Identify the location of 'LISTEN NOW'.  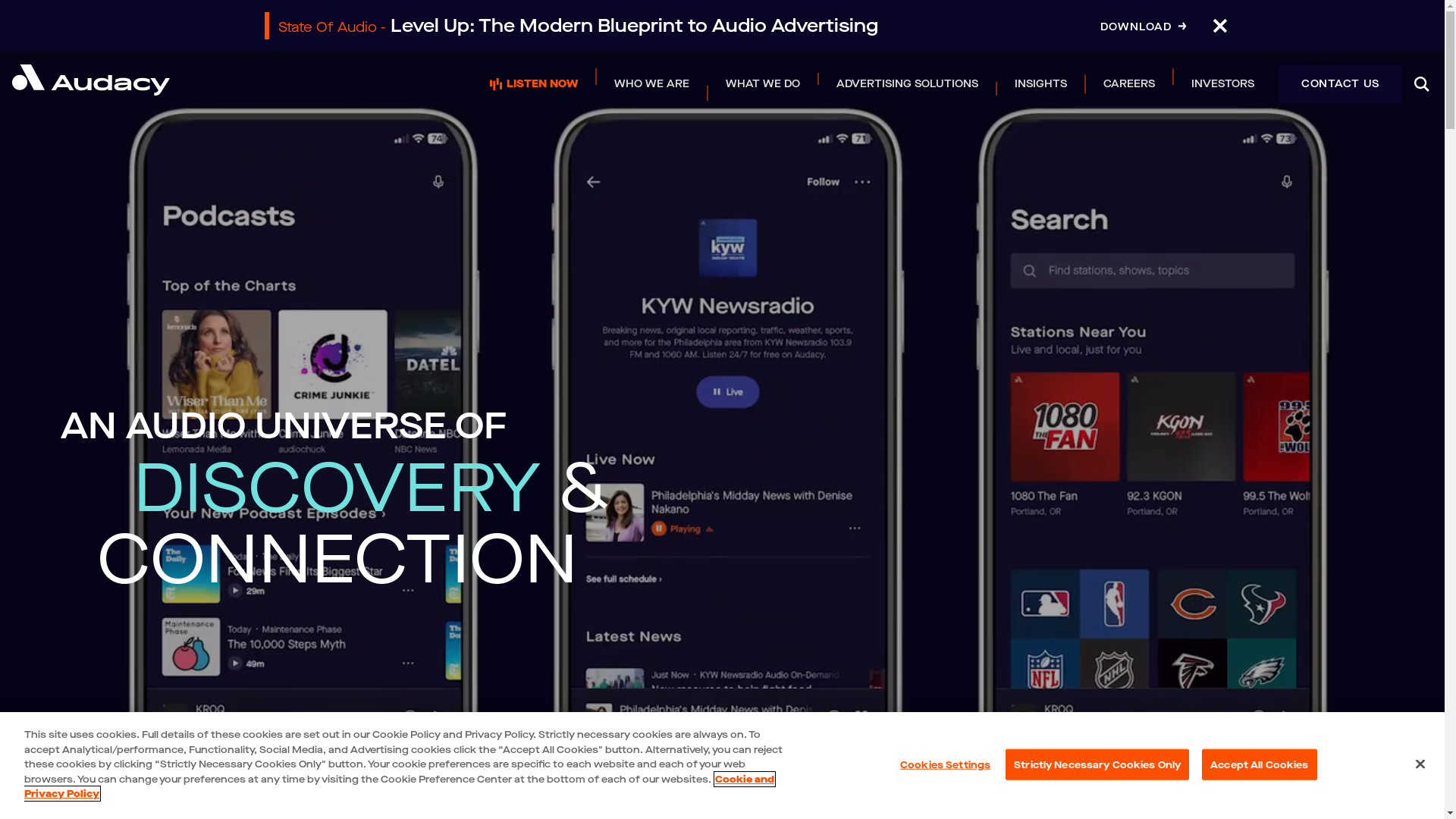
(534, 83).